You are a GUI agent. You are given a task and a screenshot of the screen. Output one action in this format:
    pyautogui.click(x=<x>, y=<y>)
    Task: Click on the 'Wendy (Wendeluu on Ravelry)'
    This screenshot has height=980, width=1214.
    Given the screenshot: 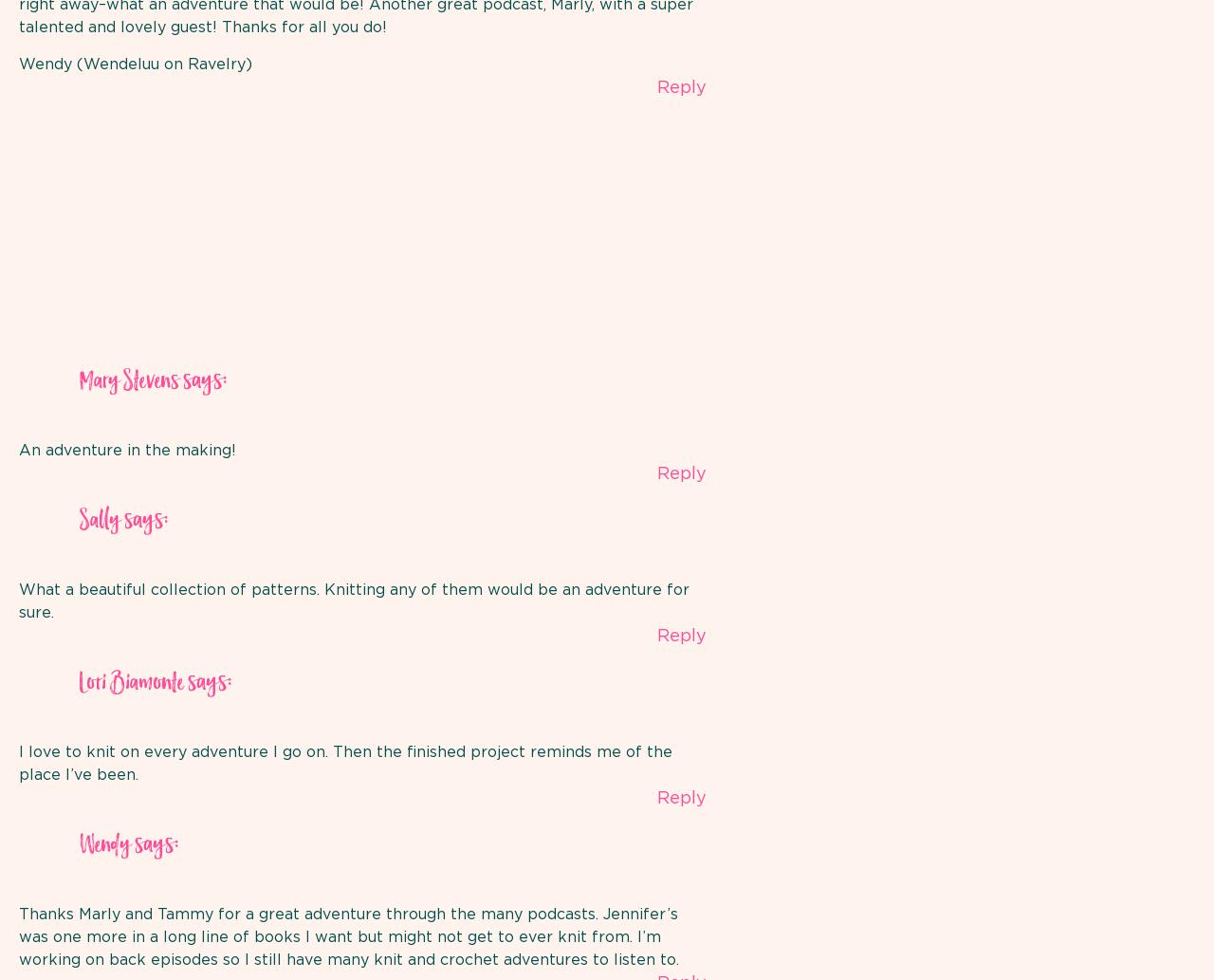 What is the action you would take?
    pyautogui.click(x=134, y=64)
    